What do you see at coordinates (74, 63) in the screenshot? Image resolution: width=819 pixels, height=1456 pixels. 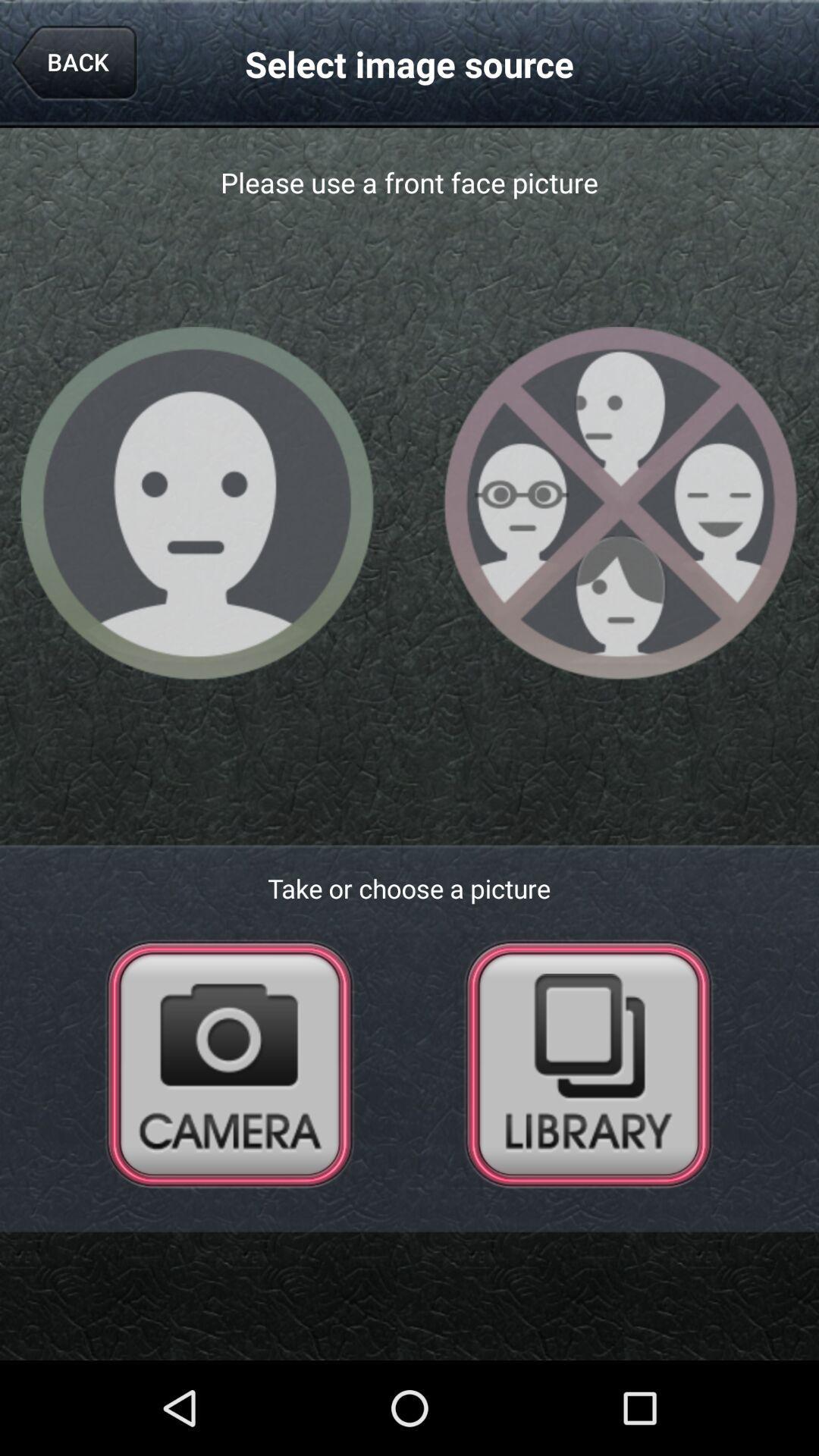 I see `icon to the left of the select image source app` at bounding box center [74, 63].